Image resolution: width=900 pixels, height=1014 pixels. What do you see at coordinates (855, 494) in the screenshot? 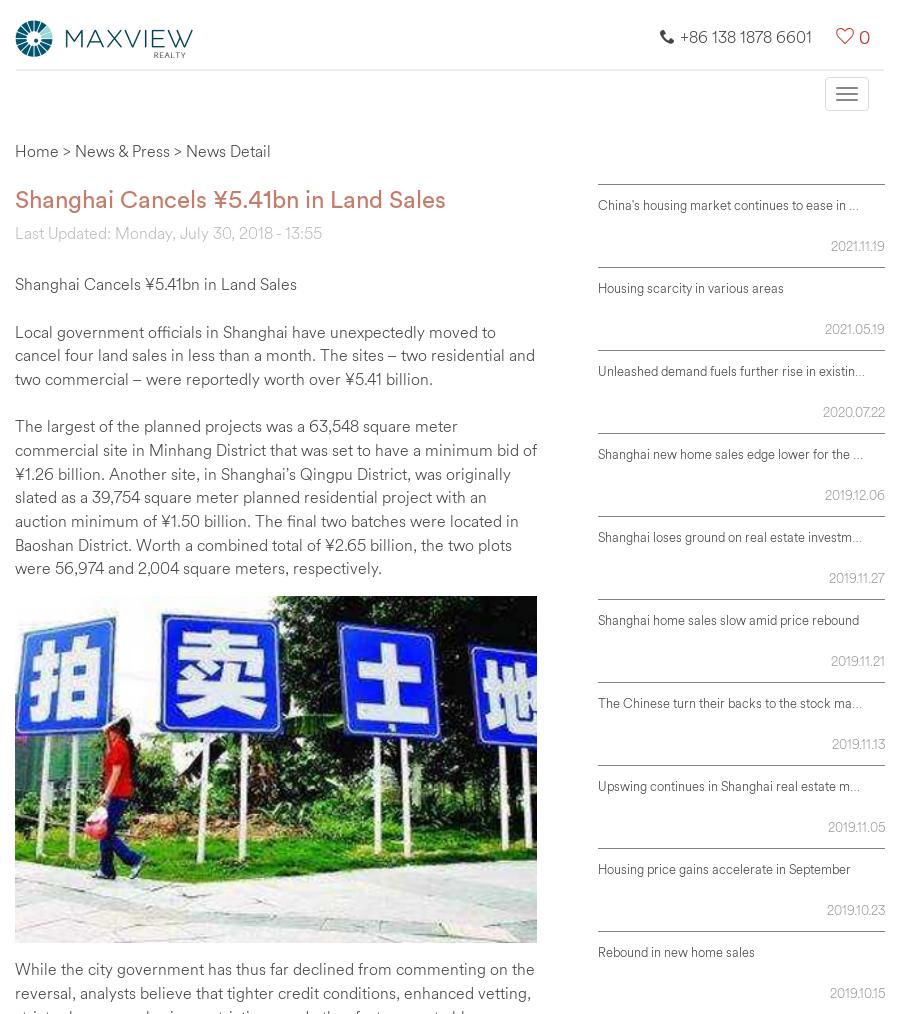
I see `'2019.12.06'` at bounding box center [855, 494].